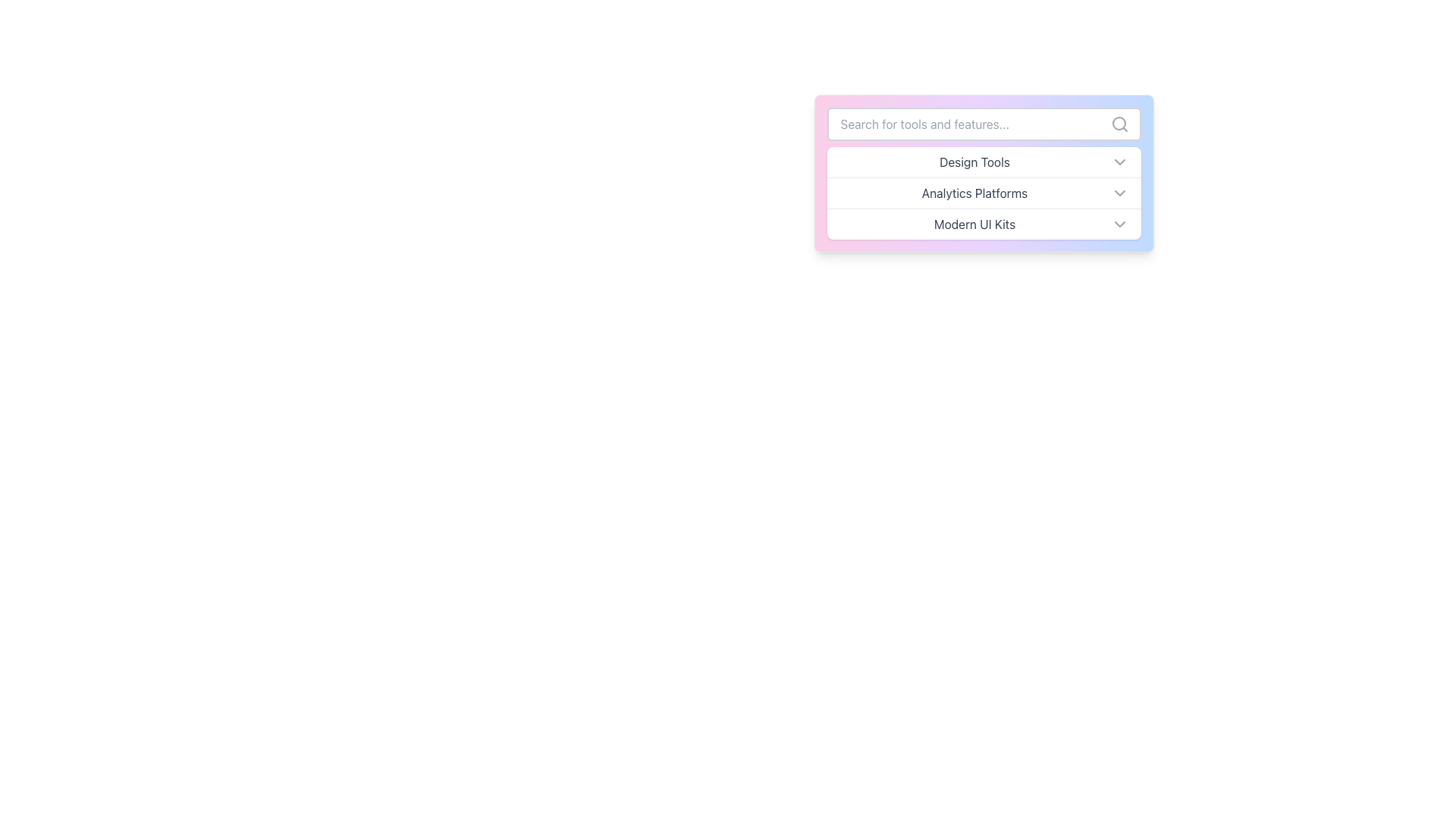  Describe the element at coordinates (974, 224) in the screenshot. I see `the text label in the third row of the dropdown menu, which serves as a clickable navigation item adjacent to a downward-chevron icon` at that location.